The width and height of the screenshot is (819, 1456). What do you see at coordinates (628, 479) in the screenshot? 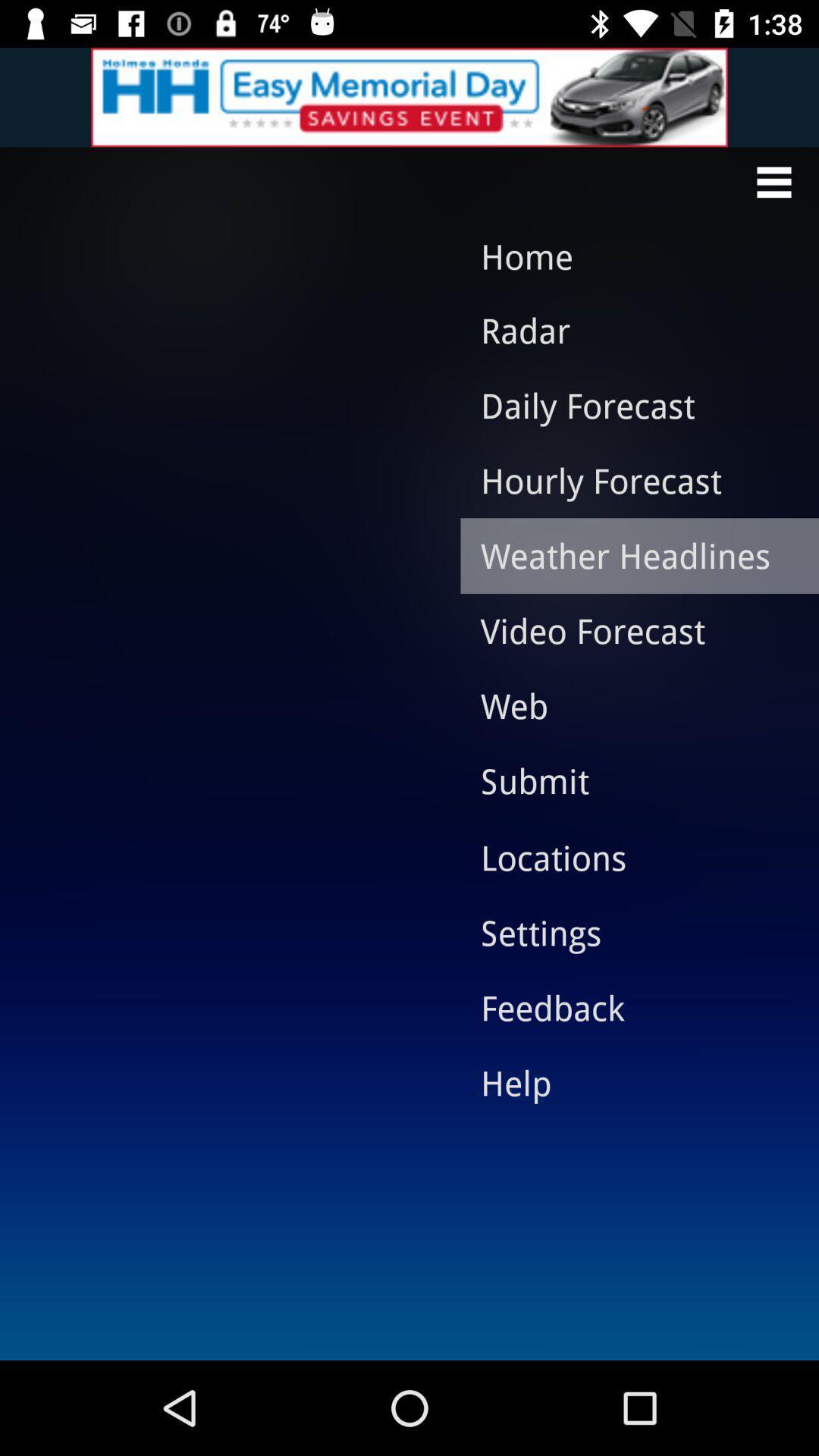
I see `the icon above weather headlines` at bounding box center [628, 479].